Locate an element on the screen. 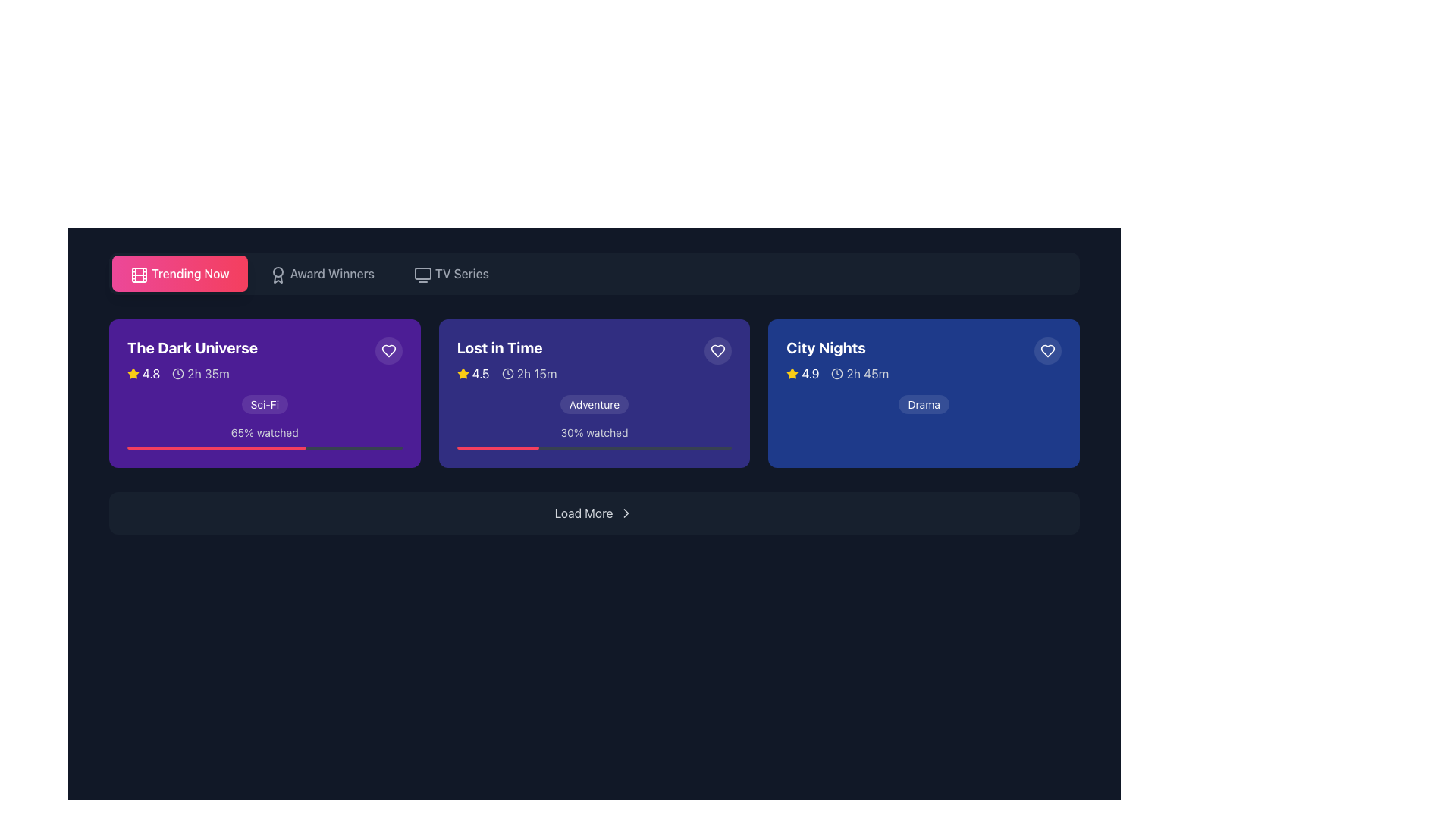  the text label 'City Nights' to trigger a tooltip or underline animation, which is located in the upper-left section of the blue card that is the third in a row of similarly styled cards is located at coordinates (825, 348).